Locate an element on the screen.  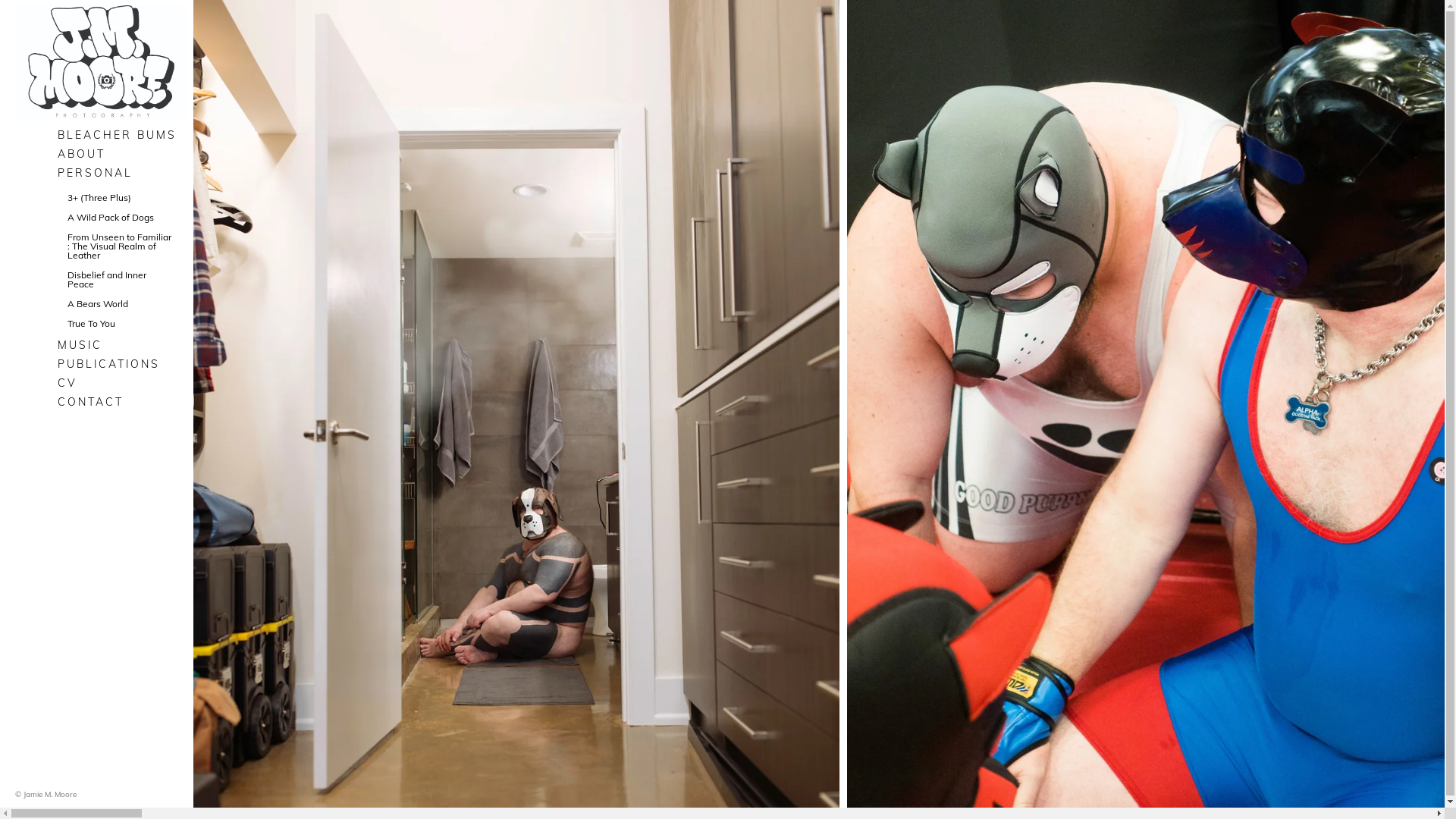
'PUBLICATIONS' is located at coordinates (118, 363).